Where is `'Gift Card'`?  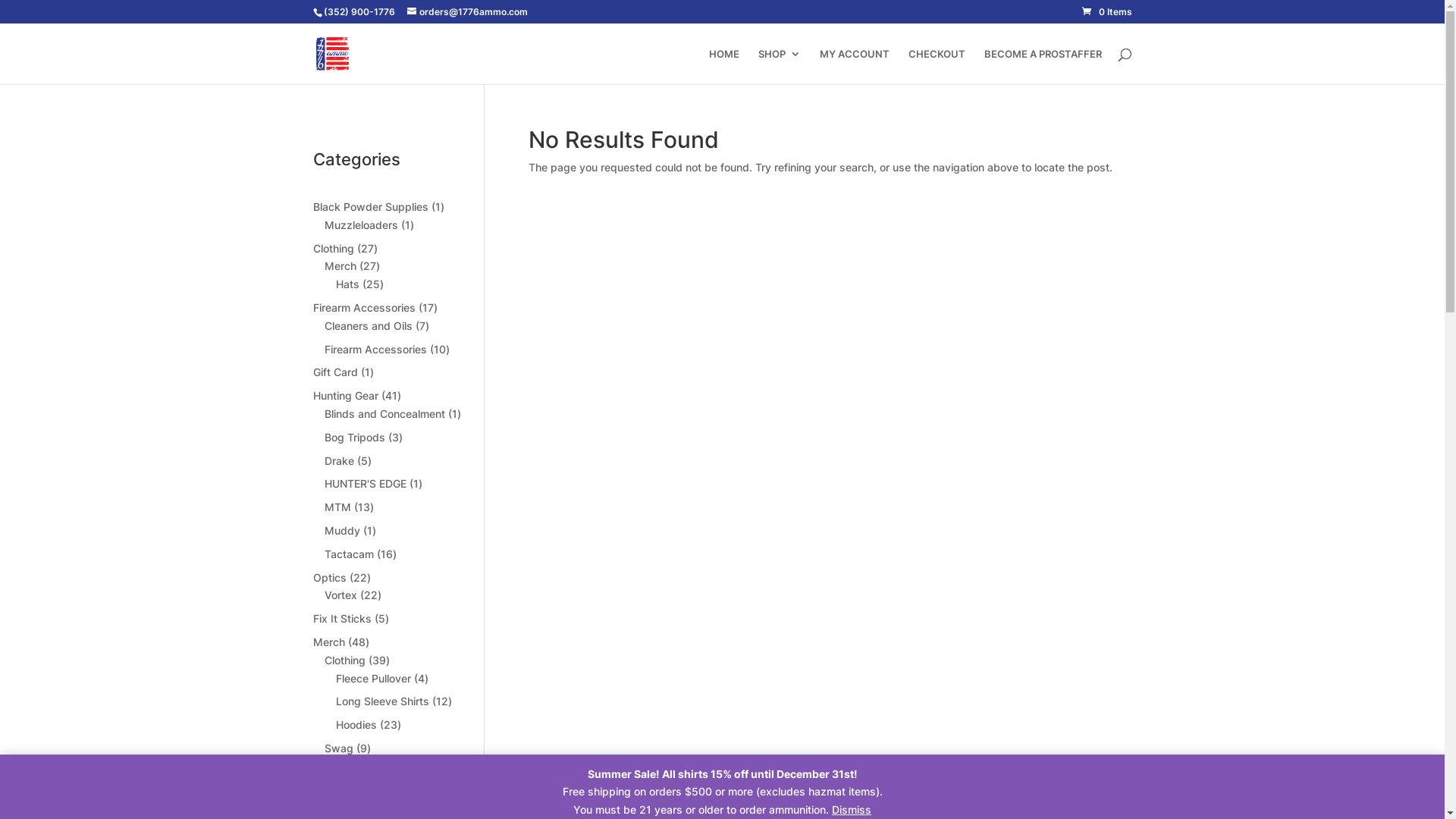
'Gift Card' is located at coordinates (334, 372).